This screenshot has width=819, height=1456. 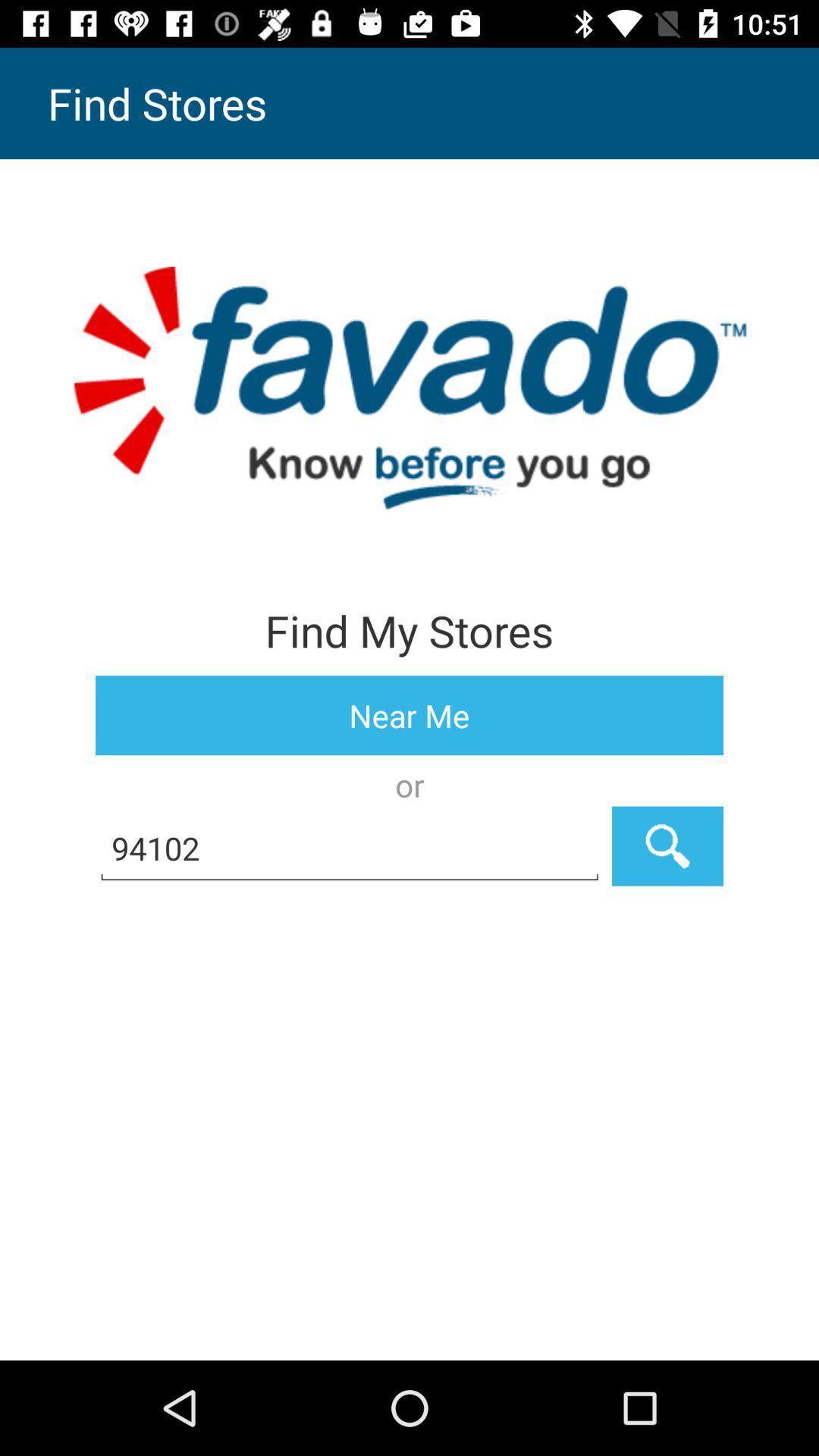 What do you see at coordinates (409, 714) in the screenshot?
I see `the near me icon` at bounding box center [409, 714].